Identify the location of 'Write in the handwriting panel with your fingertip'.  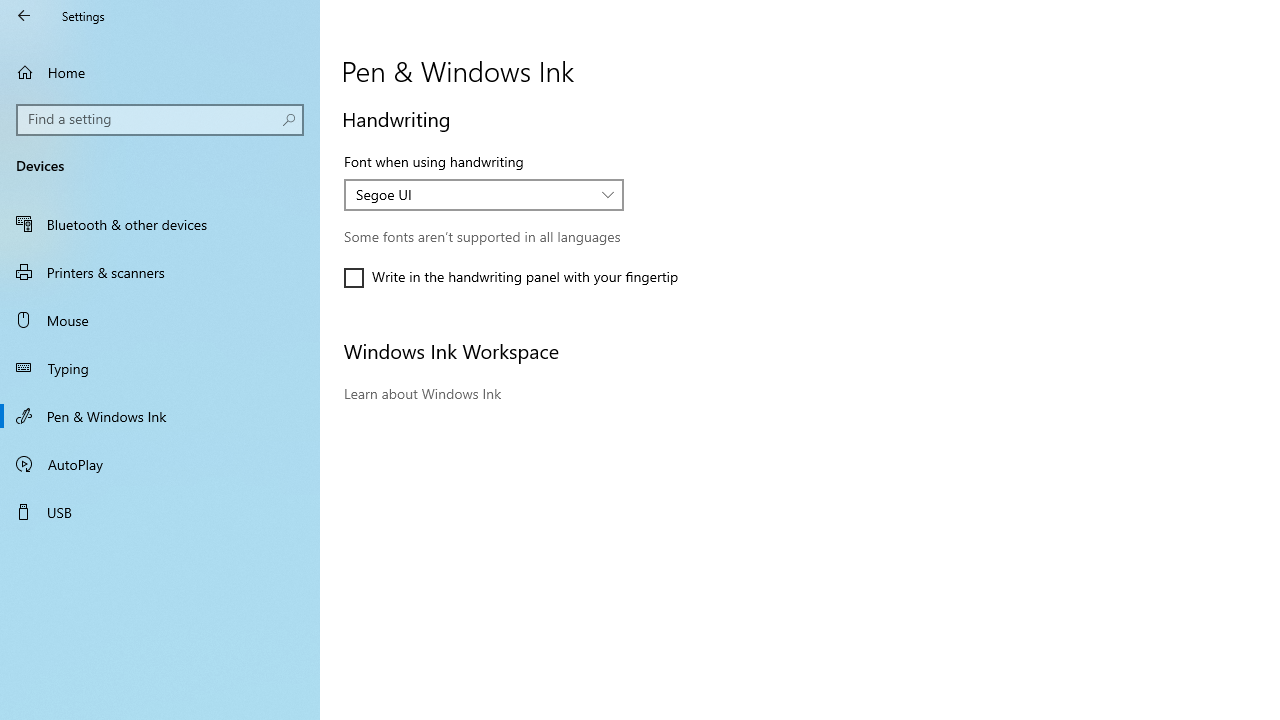
(511, 277).